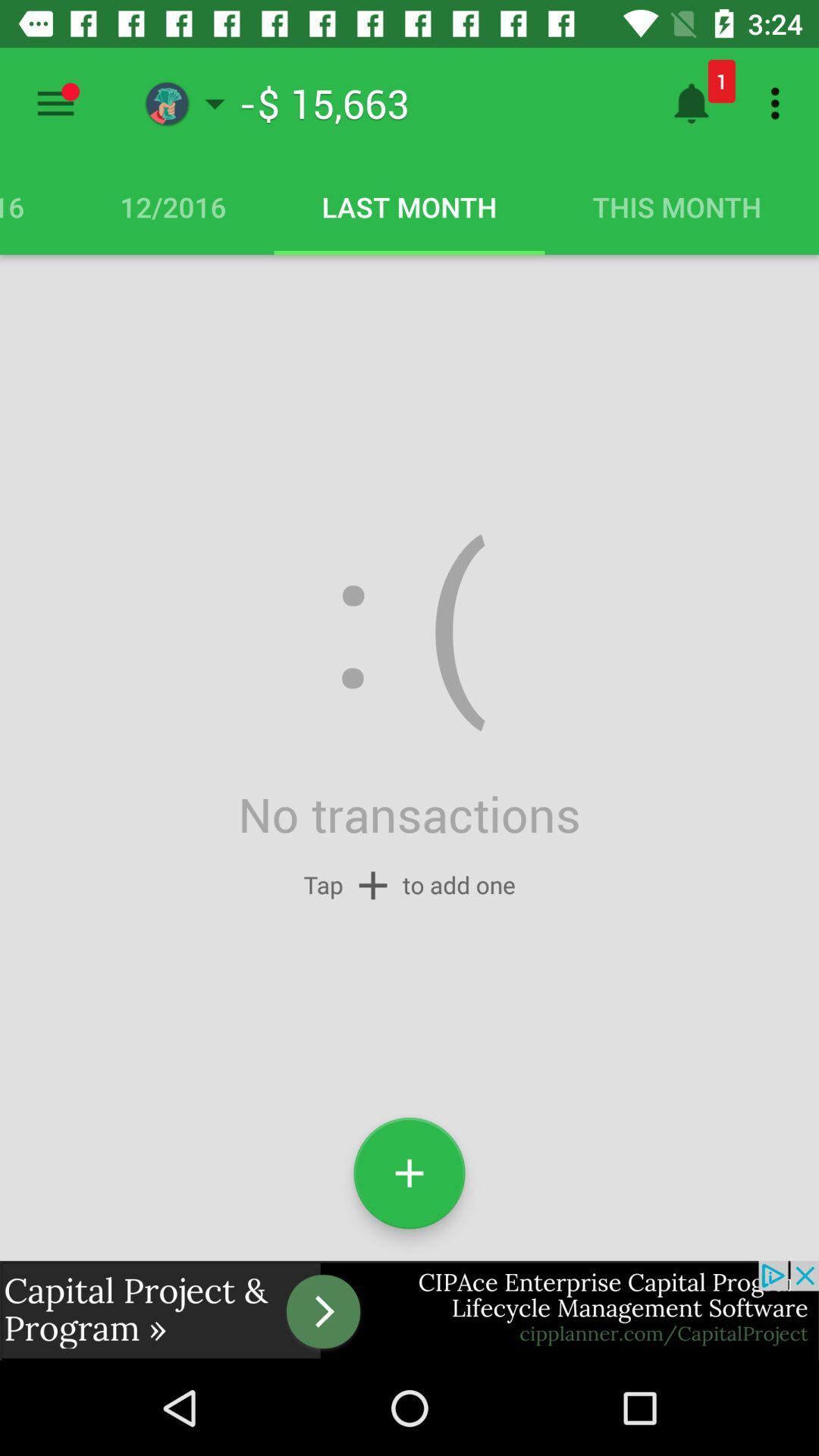  Describe the element at coordinates (409, 1310) in the screenshot. I see `advertisement banner` at that location.